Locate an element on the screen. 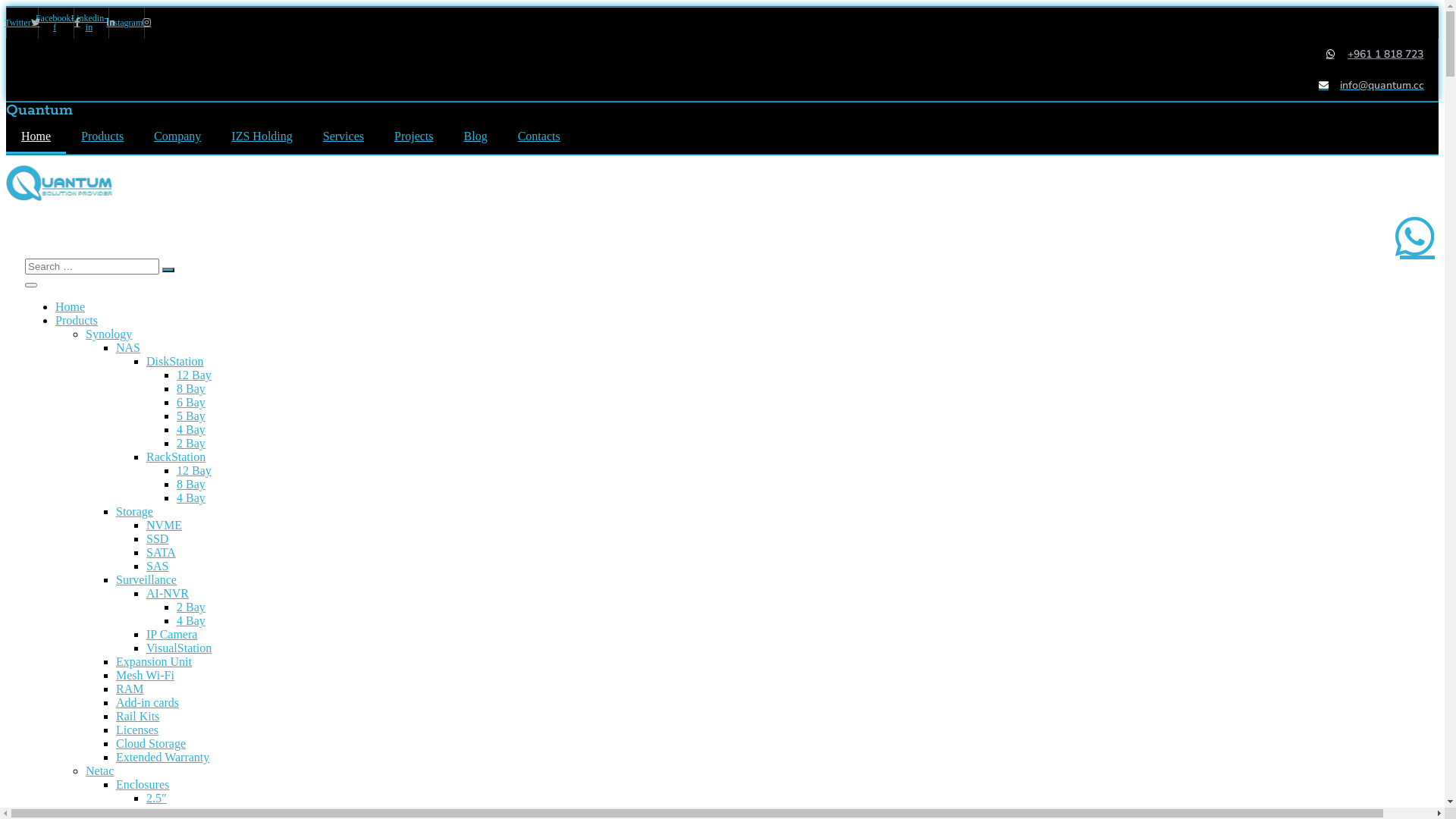  '12 Bay' is located at coordinates (193, 469).